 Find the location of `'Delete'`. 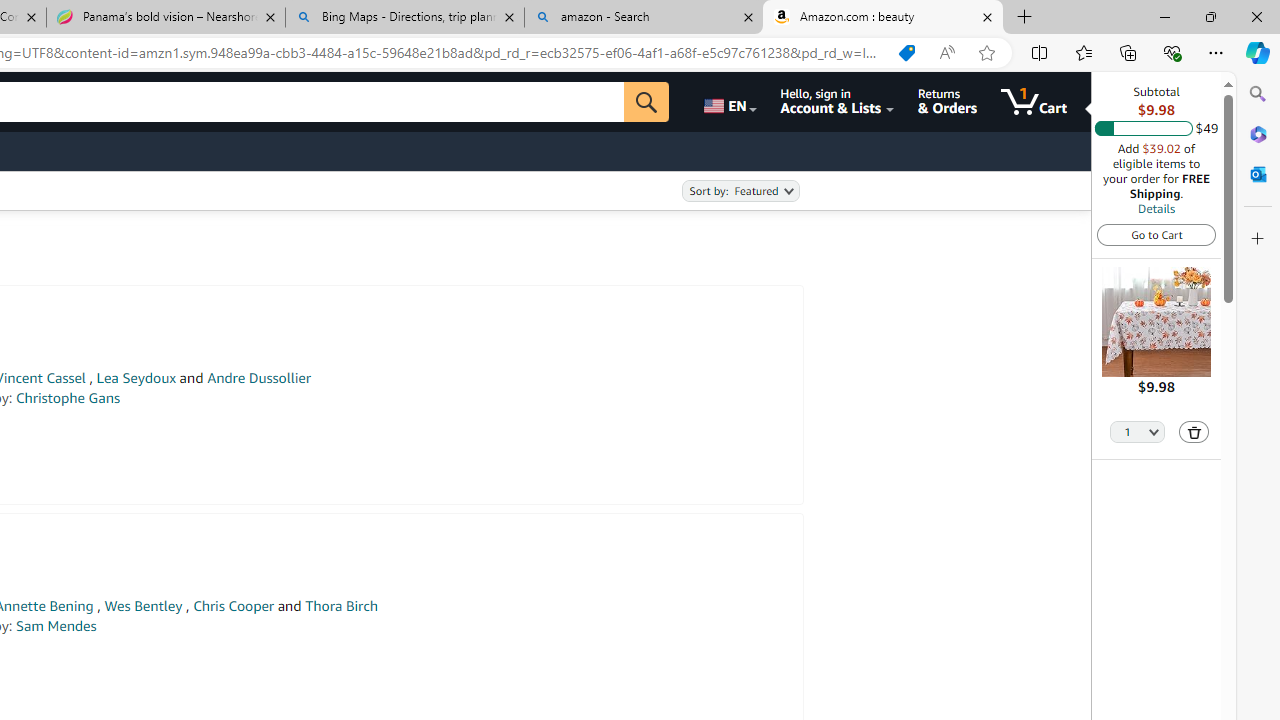

'Delete' is located at coordinates (1194, 431).